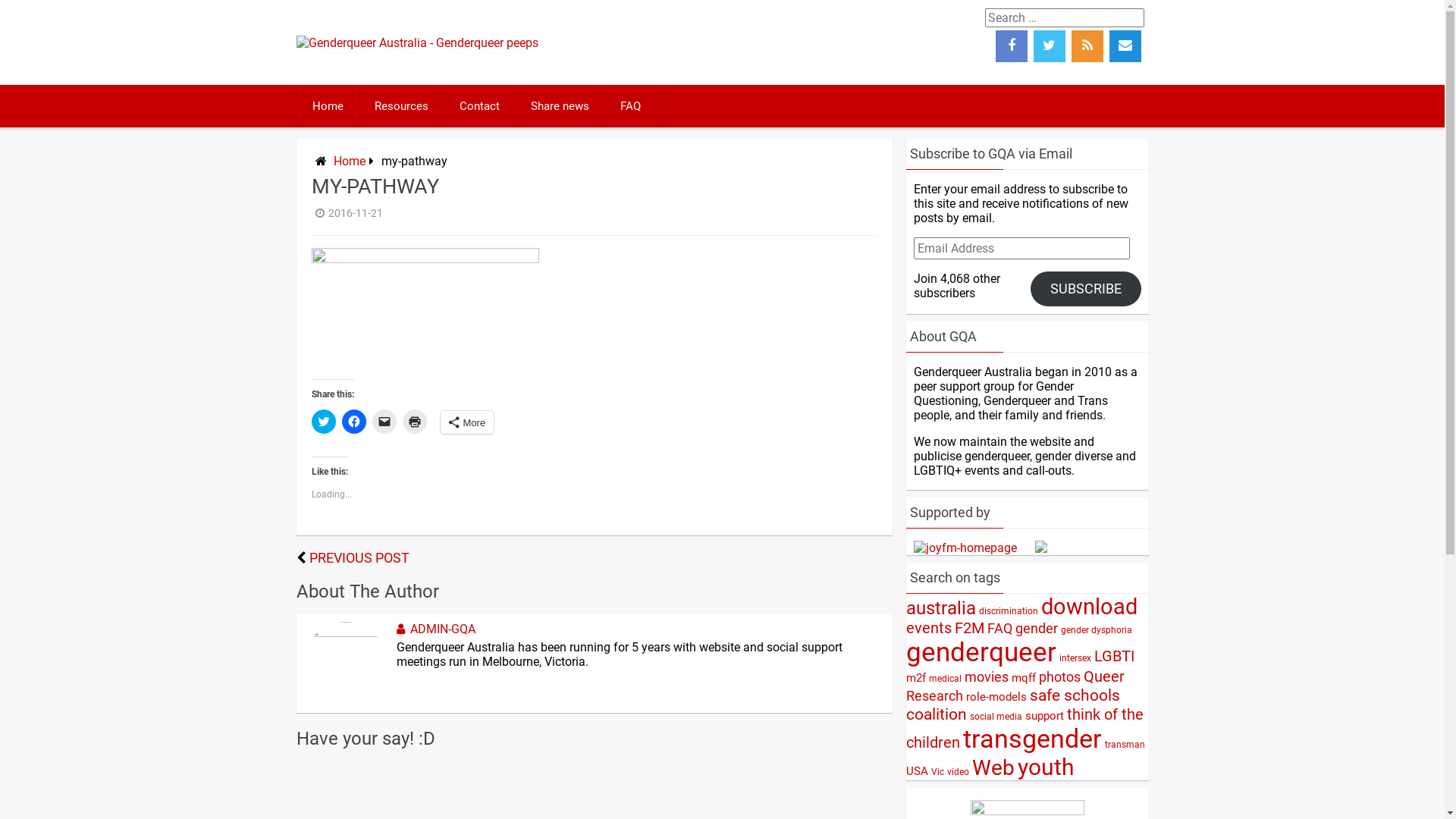  I want to click on 'medical', so click(927, 677).